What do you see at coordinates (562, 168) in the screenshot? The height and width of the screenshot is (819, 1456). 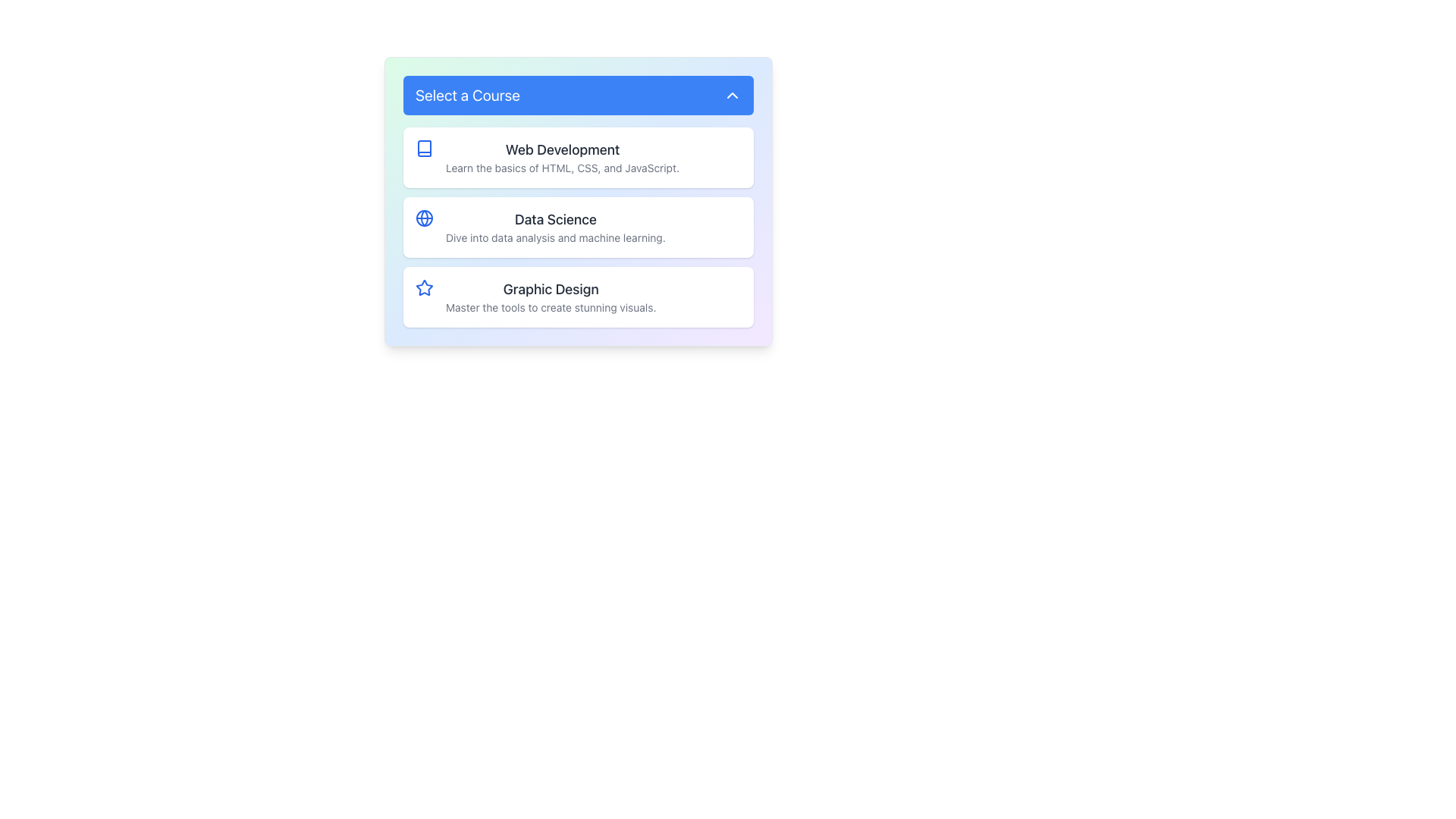 I see `descriptive text snippet styled in a small gray font that states 'Learn the basics of HTML, CSS, and JavaScript.' located below the 'Web Development' header` at bounding box center [562, 168].